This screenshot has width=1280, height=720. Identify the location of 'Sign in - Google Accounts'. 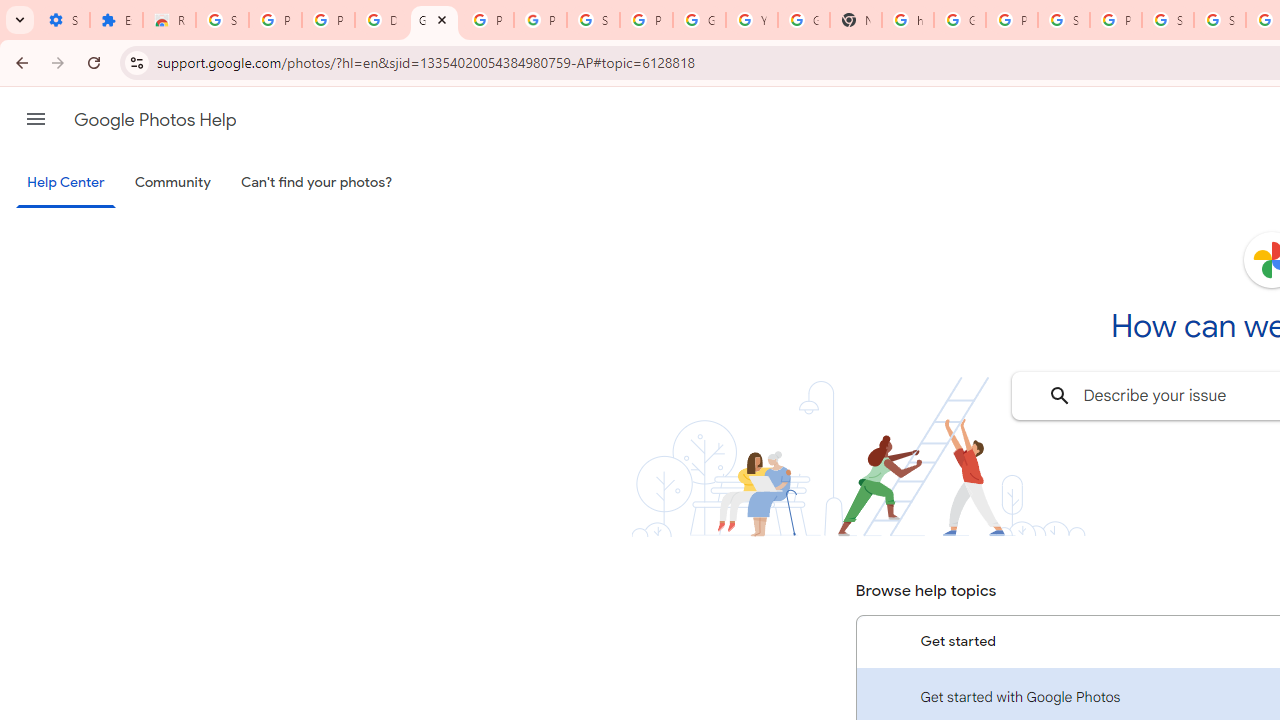
(1168, 20).